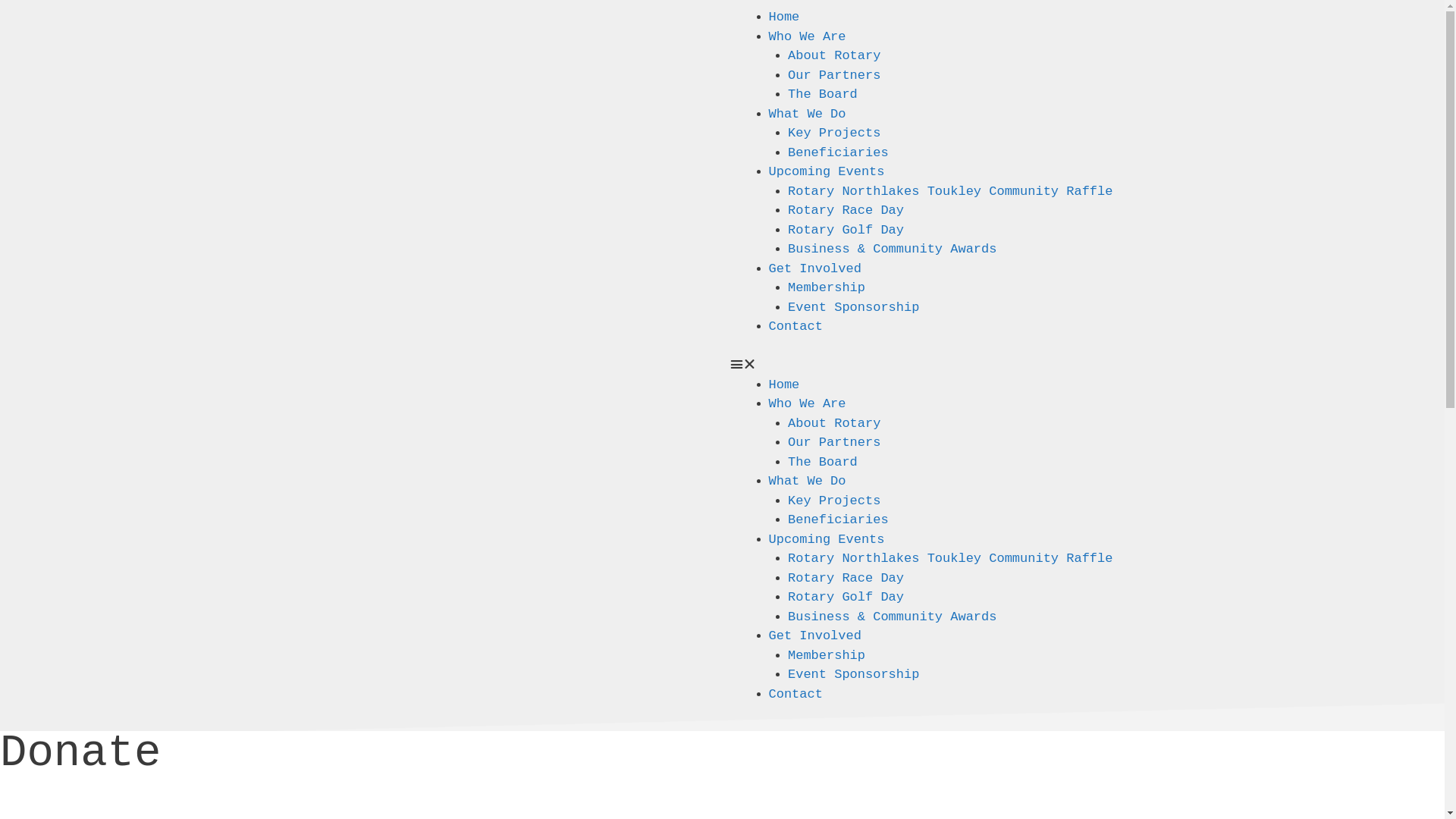 The width and height of the screenshot is (1456, 819). Describe the element at coordinates (787, 152) in the screenshot. I see `'Beneficiaries'` at that location.